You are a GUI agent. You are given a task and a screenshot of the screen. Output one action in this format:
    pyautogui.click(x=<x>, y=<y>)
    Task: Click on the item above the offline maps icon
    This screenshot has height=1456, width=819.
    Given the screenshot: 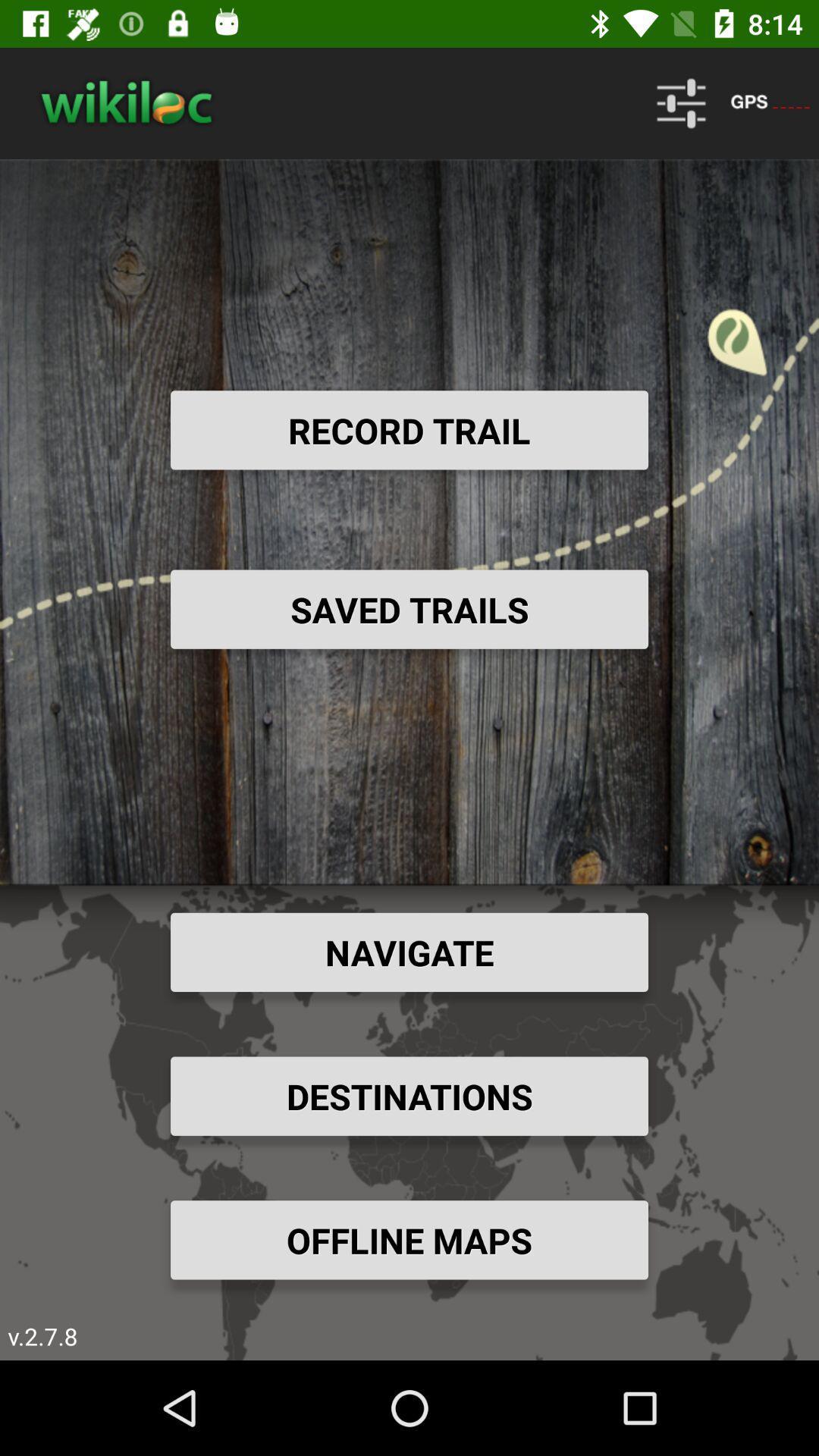 What is the action you would take?
    pyautogui.click(x=409, y=1096)
    